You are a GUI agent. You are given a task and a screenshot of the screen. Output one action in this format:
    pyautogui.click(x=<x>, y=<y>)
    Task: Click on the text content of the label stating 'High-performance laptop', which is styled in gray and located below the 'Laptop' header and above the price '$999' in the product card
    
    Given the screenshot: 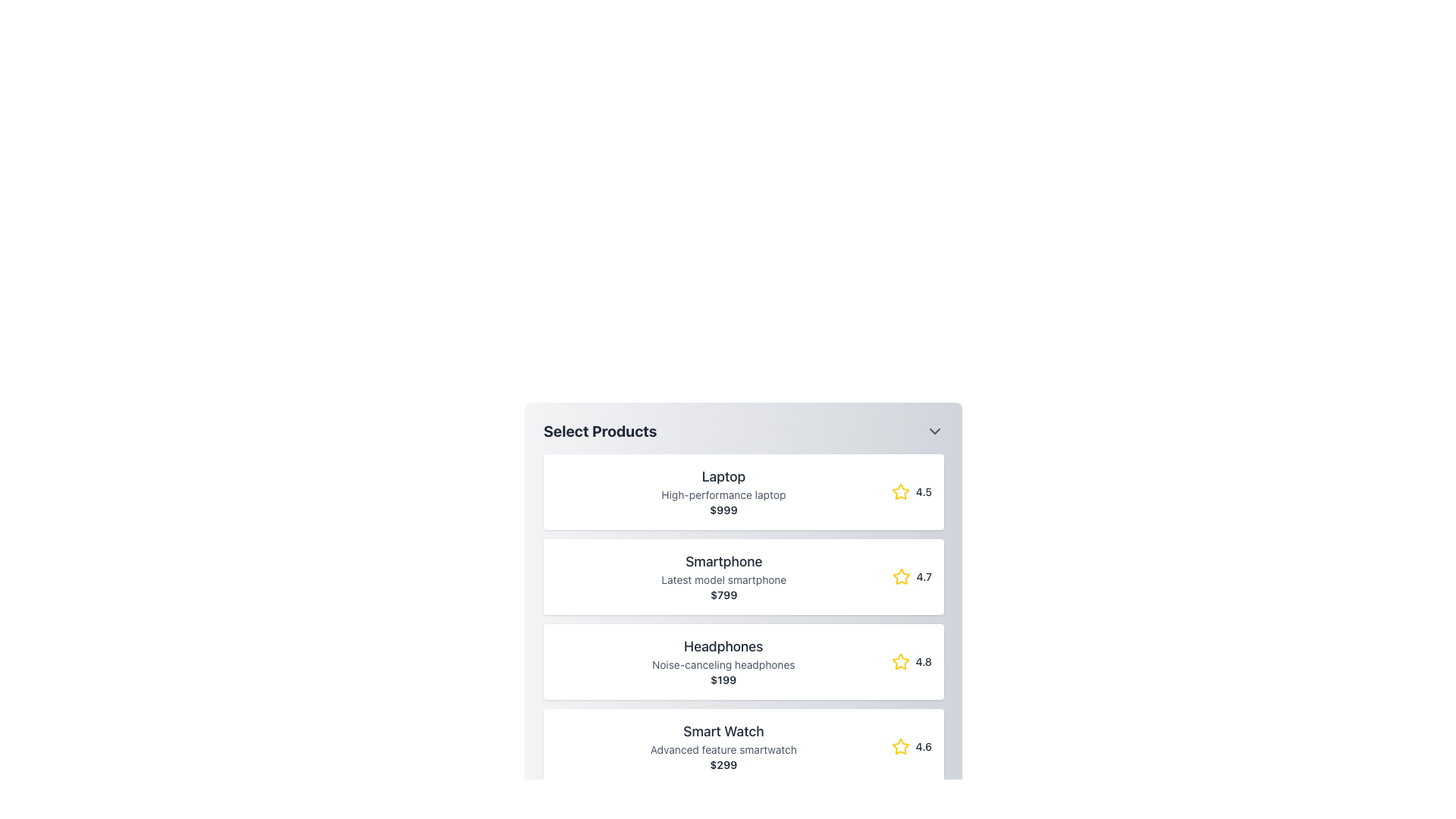 What is the action you would take?
    pyautogui.click(x=723, y=494)
    